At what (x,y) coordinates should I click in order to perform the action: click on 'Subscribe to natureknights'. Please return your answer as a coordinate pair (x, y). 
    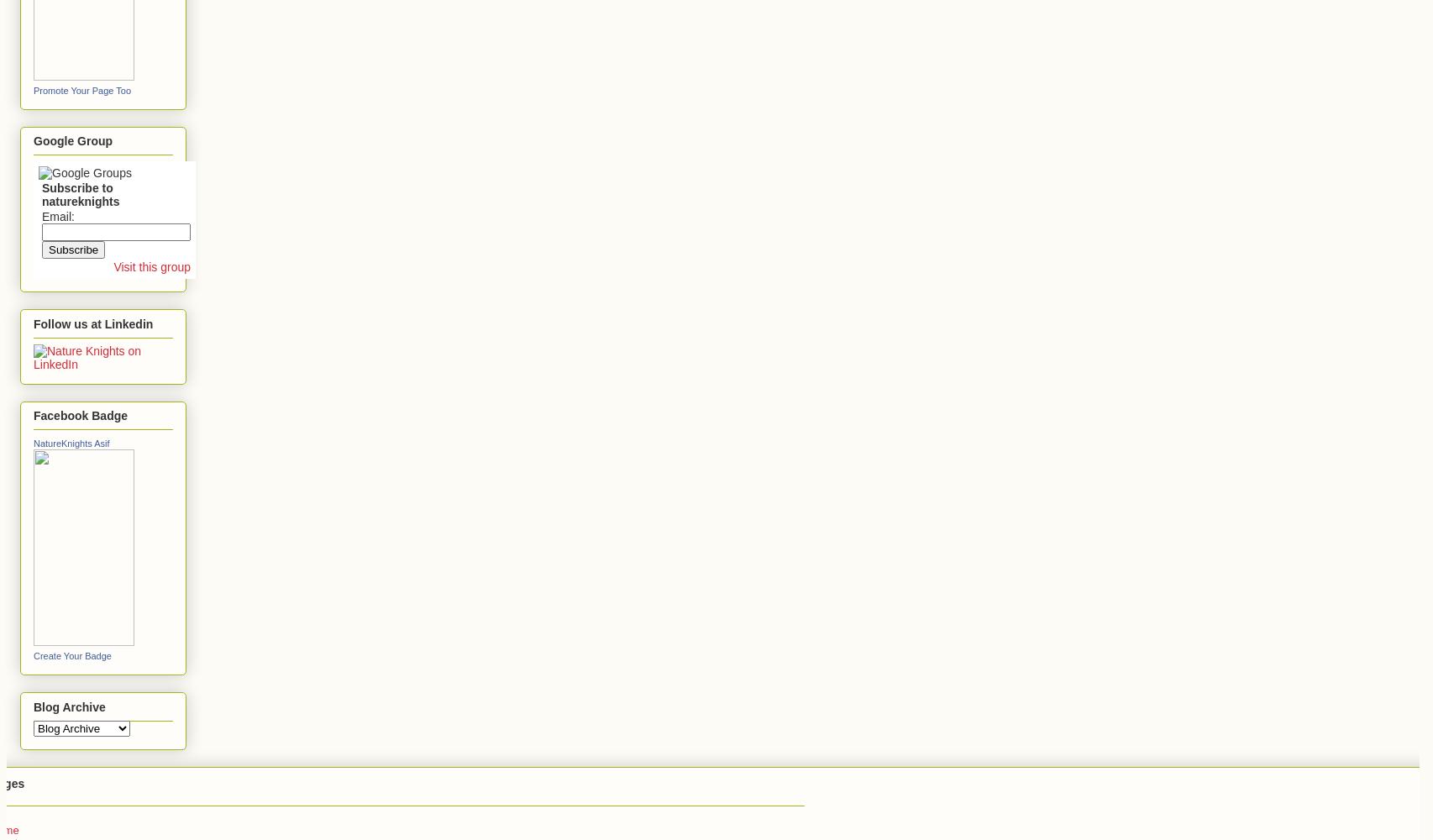
    Looking at the image, I should click on (81, 194).